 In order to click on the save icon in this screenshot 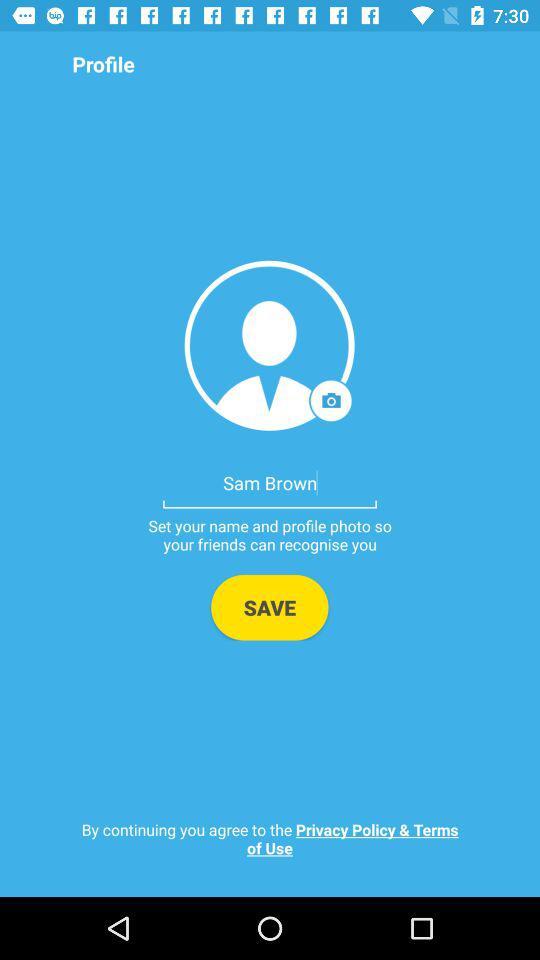, I will do `click(269, 606)`.